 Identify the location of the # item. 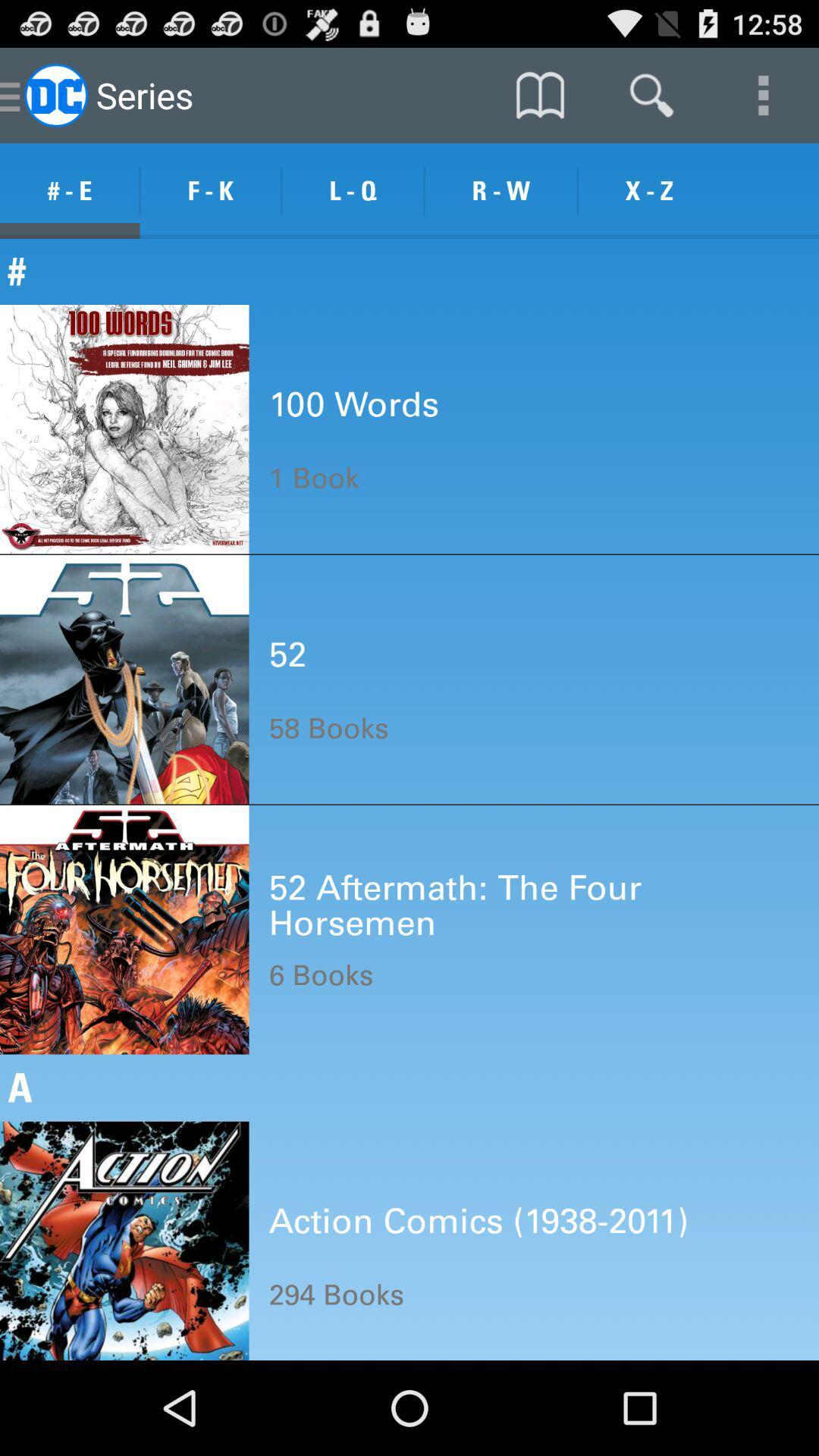
(409, 271).